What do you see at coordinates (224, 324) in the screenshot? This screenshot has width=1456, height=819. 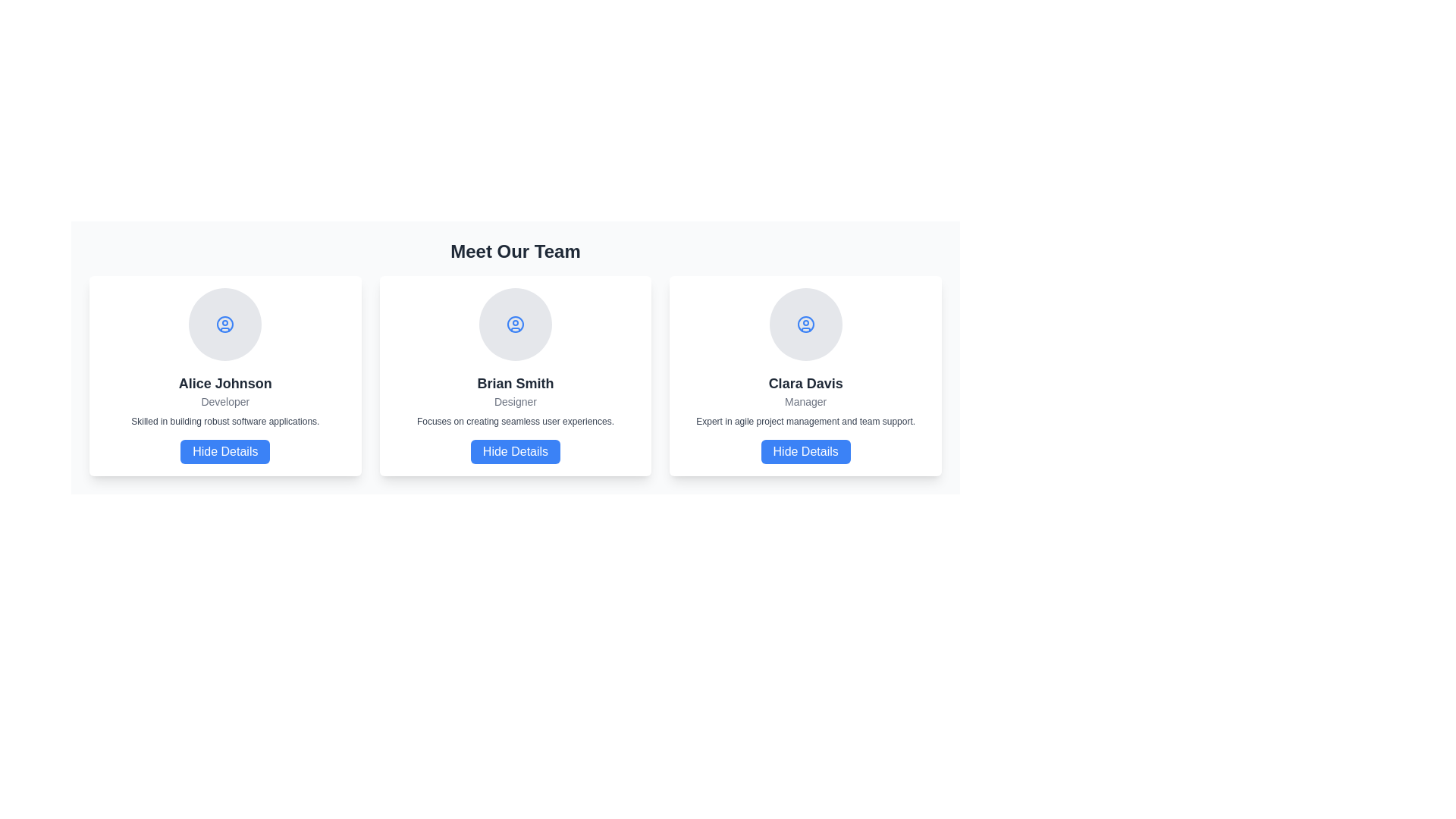 I see `the circular icon with a gray background and a blue user profile symbol representing 'Alice Johnson' in the top-center portion of the first card` at bounding box center [224, 324].